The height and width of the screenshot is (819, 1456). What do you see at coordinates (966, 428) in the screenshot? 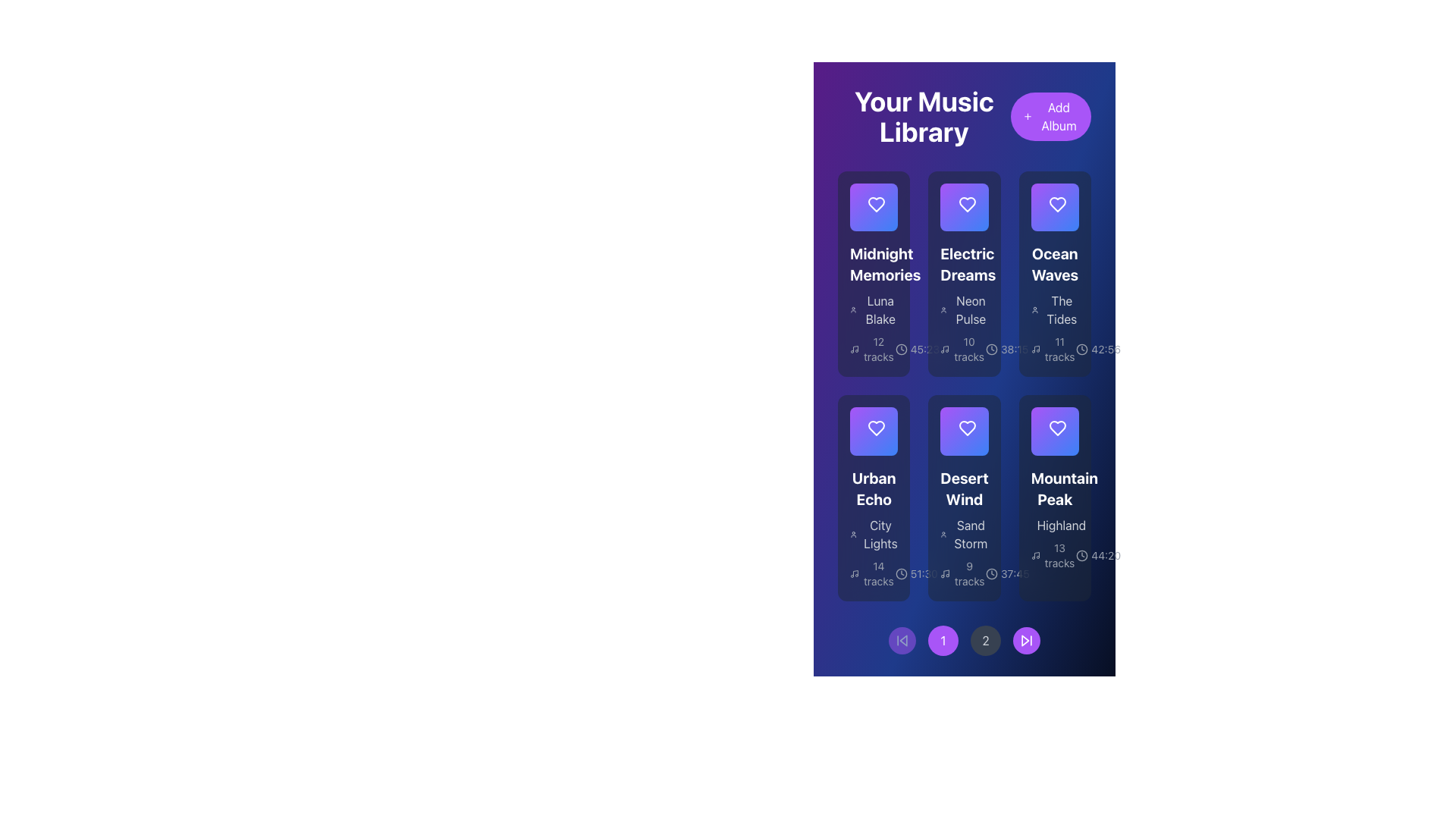
I see `the heart-shaped icon button located in the center of the 'Desert Wind' card` at bounding box center [966, 428].